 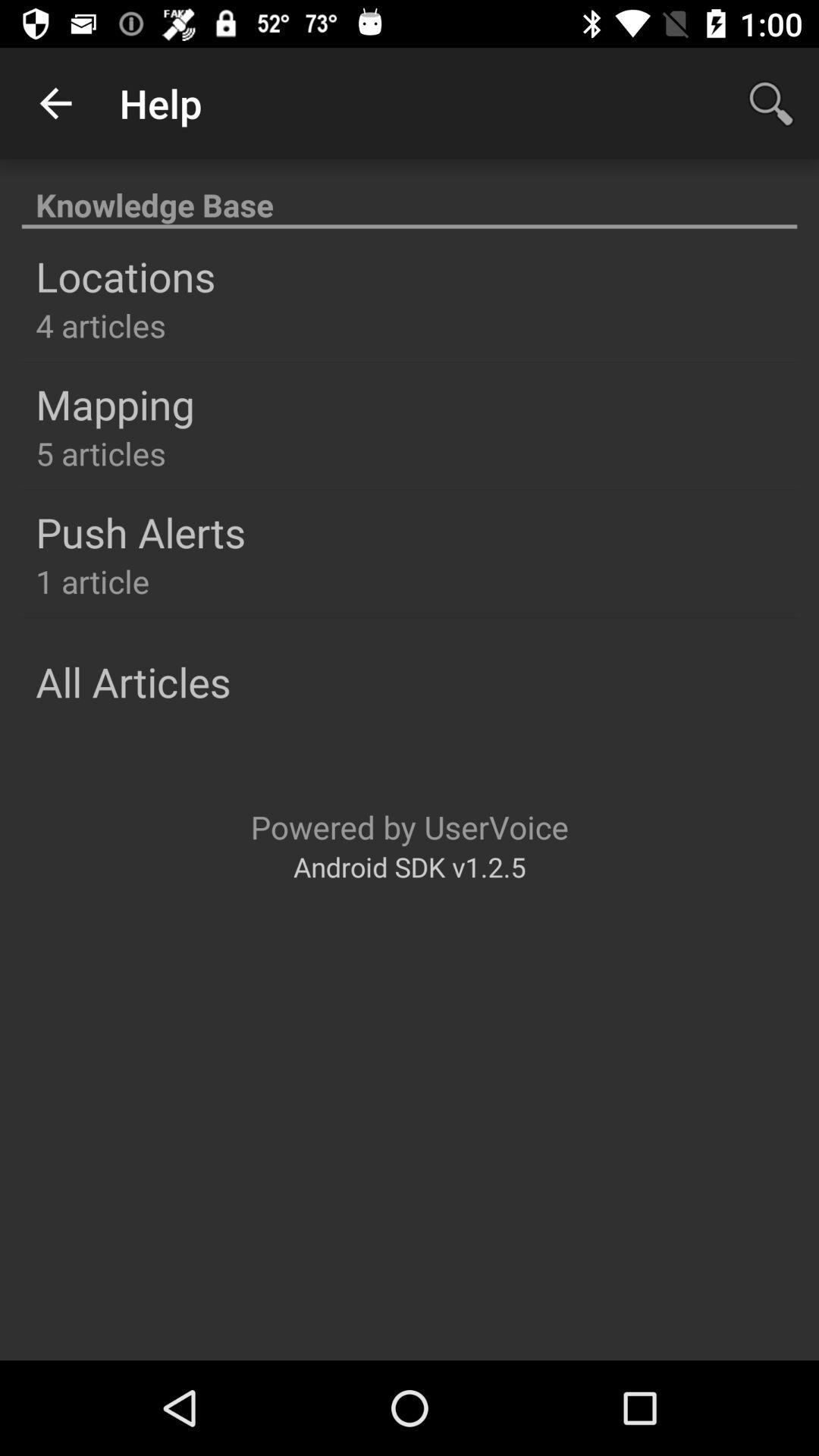 What do you see at coordinates (140, 532) in the screenshot?
I see `the push alerts icon` at bounding box center [140, 532].